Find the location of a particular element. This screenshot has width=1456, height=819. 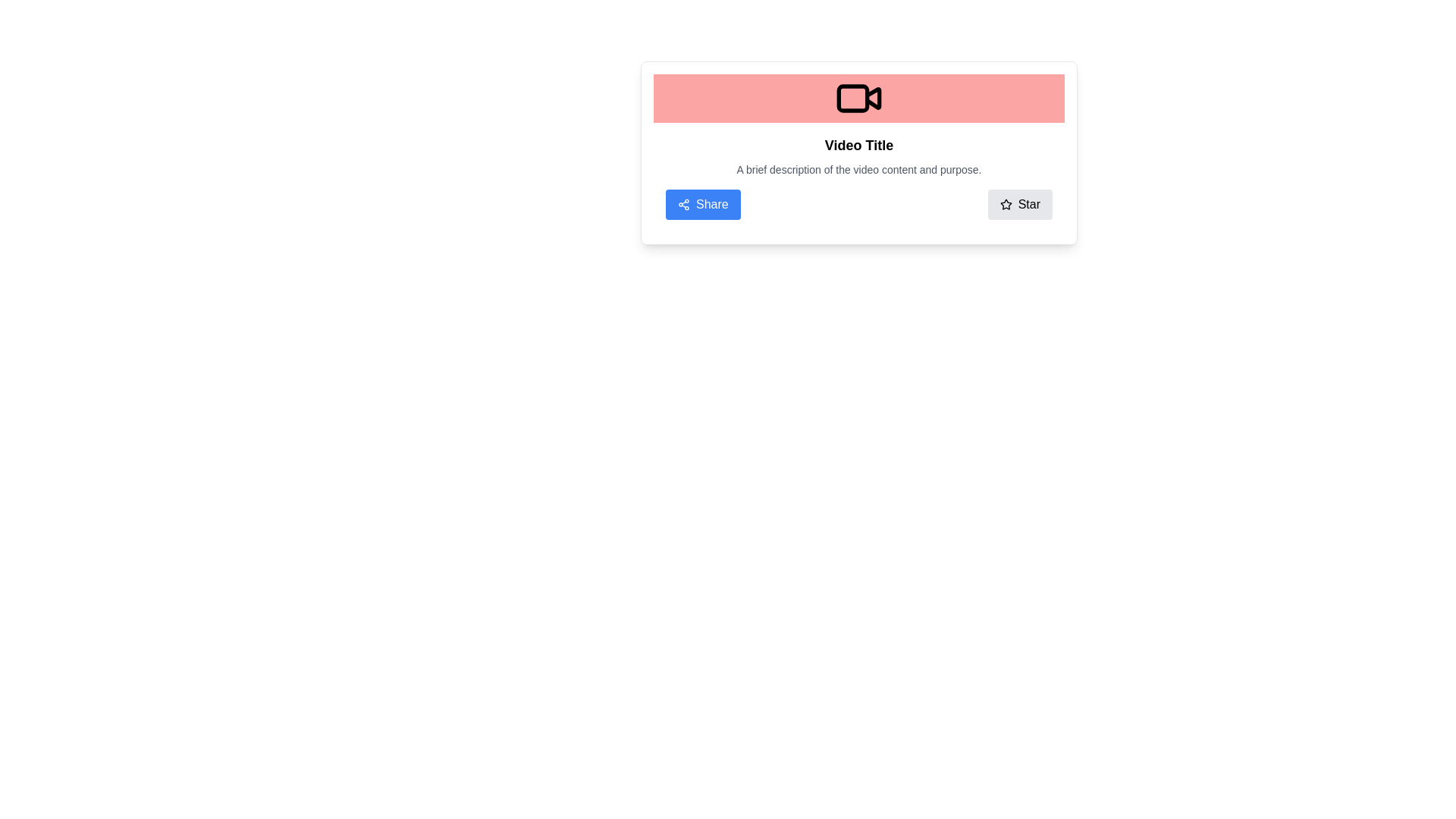

the 'Favorite' button located to the right of the 'Share' button to mark the associated content as a preferred item is located at coordinates (1020, 205).